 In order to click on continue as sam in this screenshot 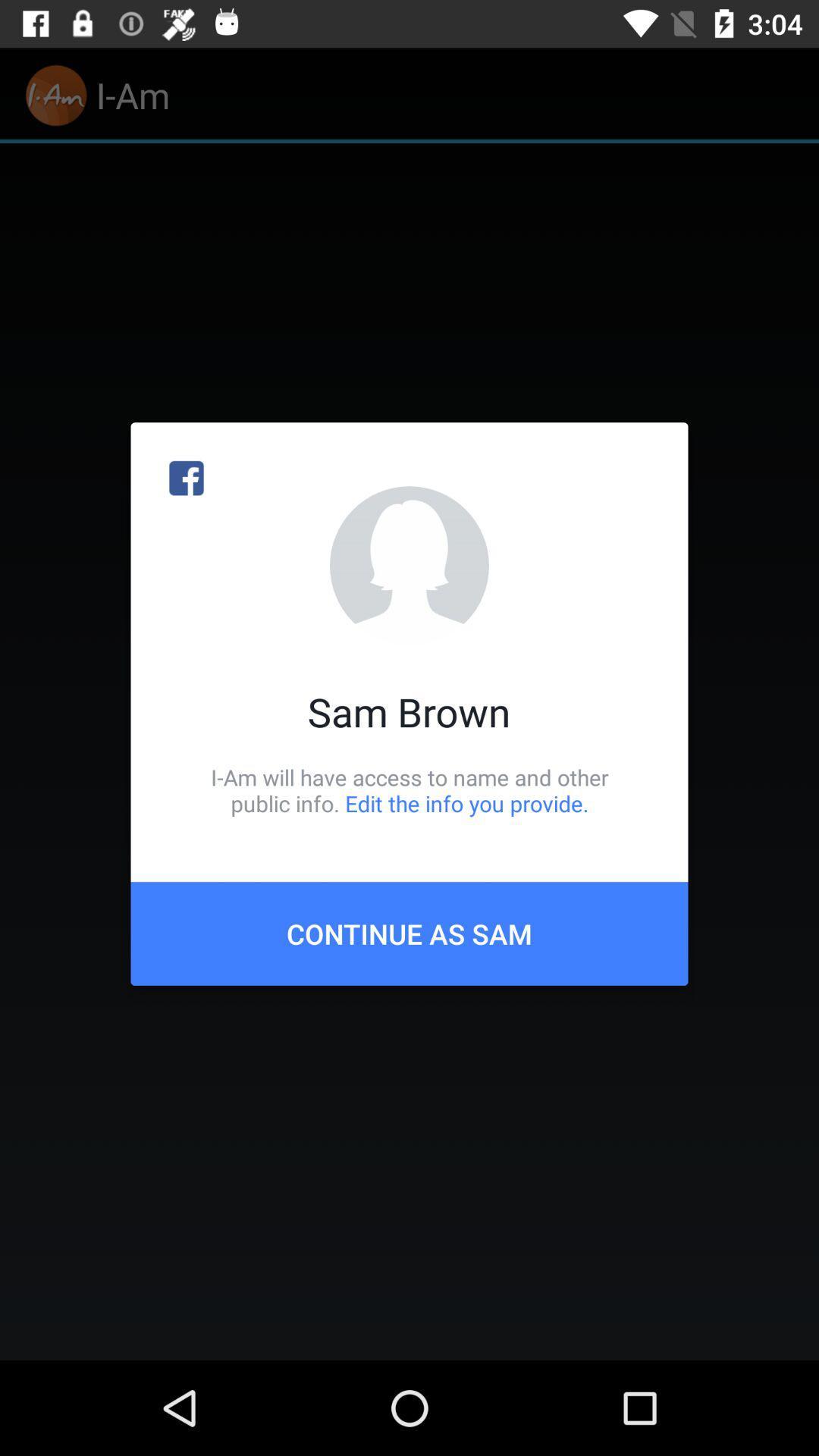, I will do `click(409, 933)`.